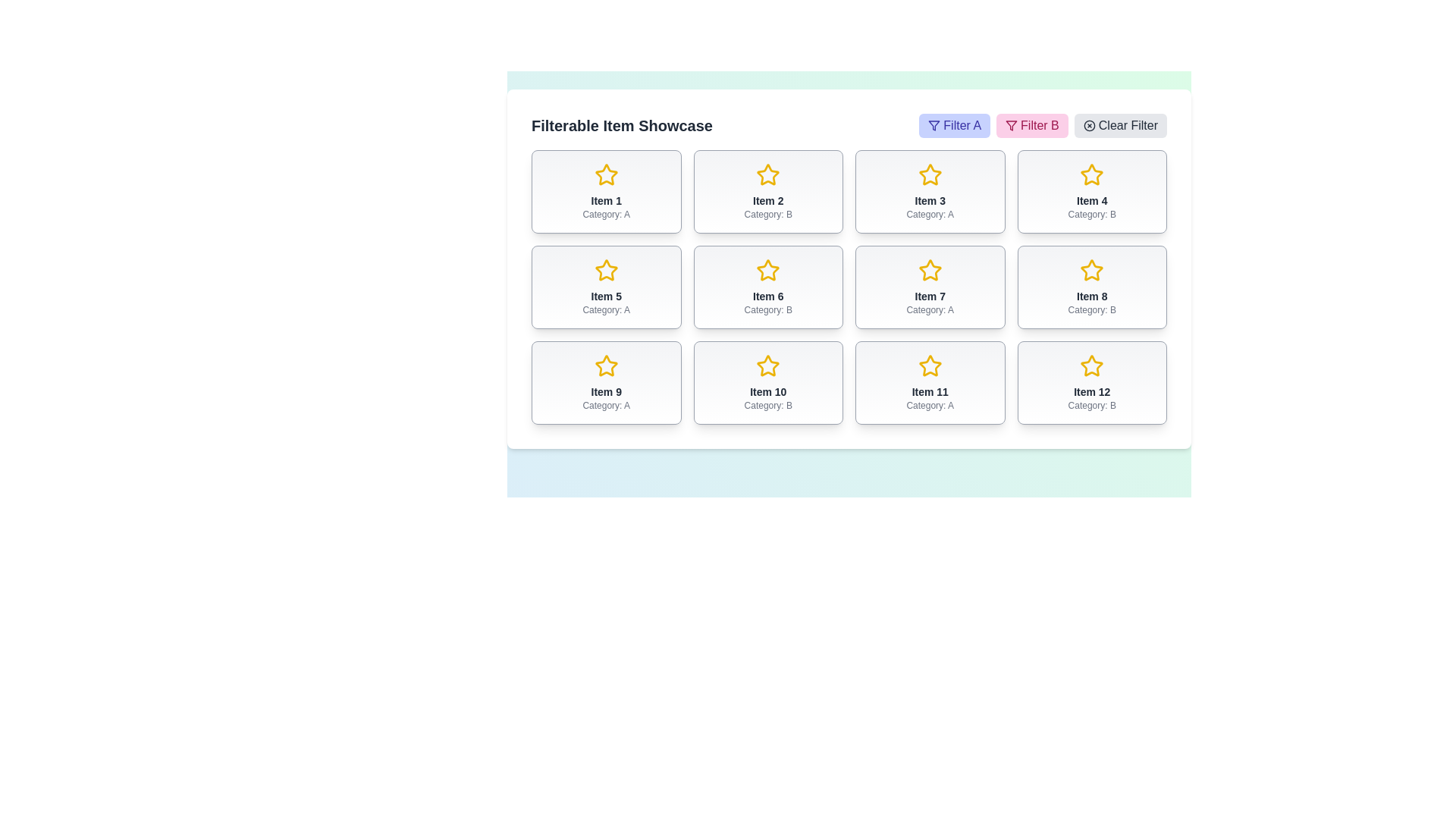  I want to click on the circular SVG component that represents the central part of the 'X' icon in the top-right corner, adjacent to the 'Clear Filter' label, so click(1088, 124).